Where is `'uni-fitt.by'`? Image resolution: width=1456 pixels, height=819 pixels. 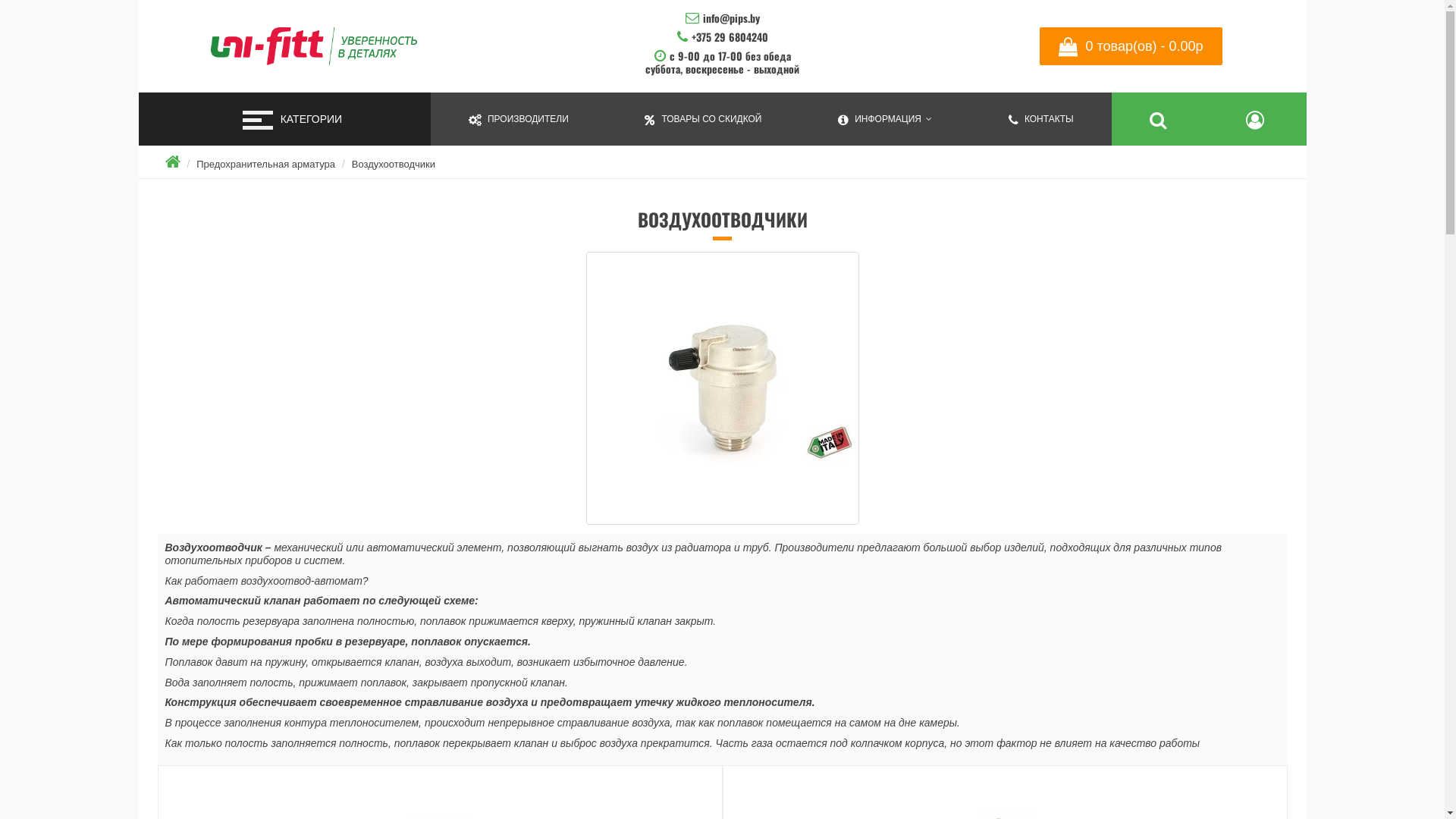
'uni-fitt.by' is located at coordinates (206, 45).